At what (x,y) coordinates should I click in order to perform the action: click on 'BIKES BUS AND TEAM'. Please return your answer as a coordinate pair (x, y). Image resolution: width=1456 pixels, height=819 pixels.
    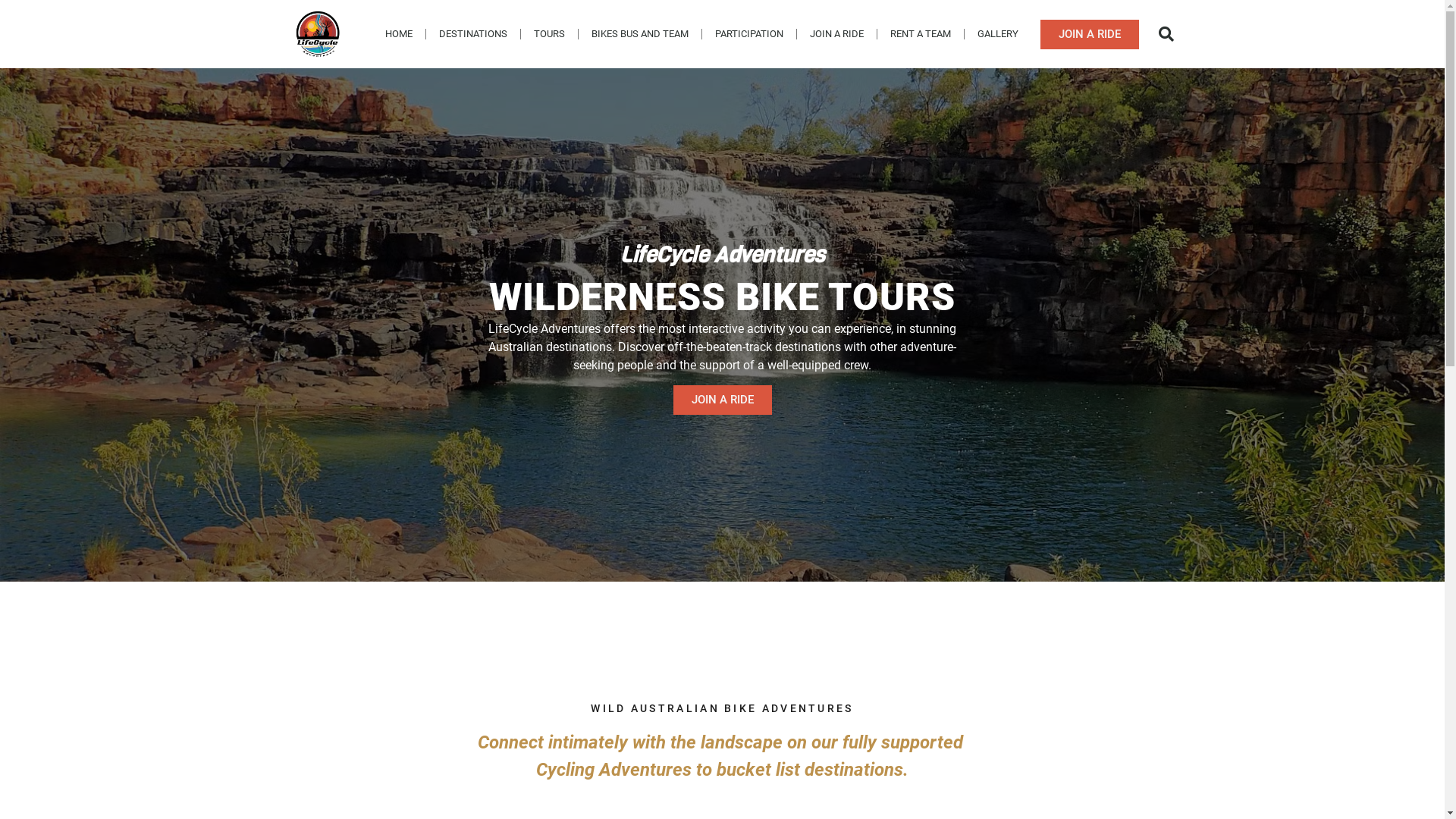
    Looking at the image, I should click on (640, 34).